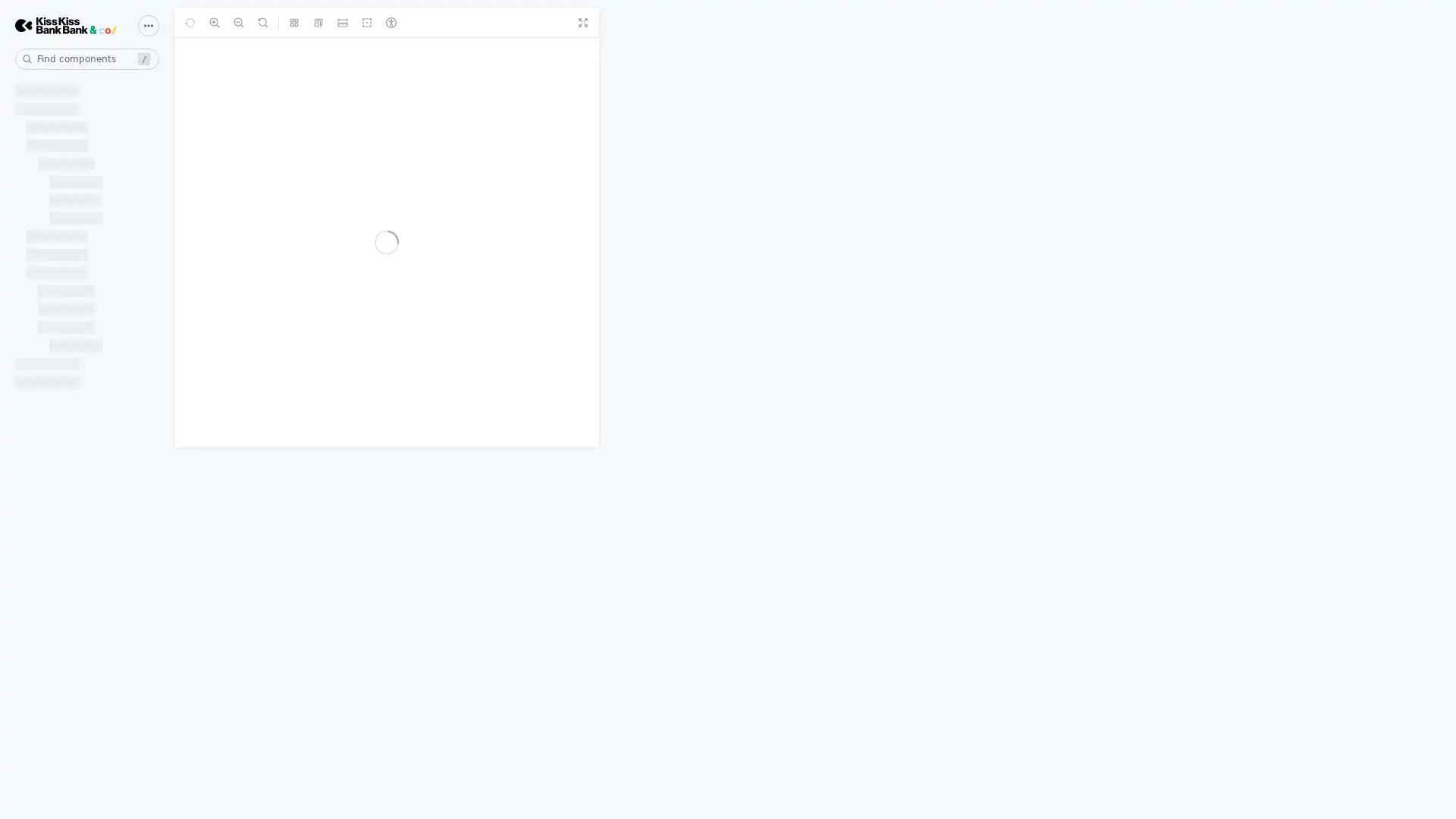 This screenshot has width=1456, height=819. Describe the element at coordinates (262, 23) in the screenshot. I see `Docs` at that location.